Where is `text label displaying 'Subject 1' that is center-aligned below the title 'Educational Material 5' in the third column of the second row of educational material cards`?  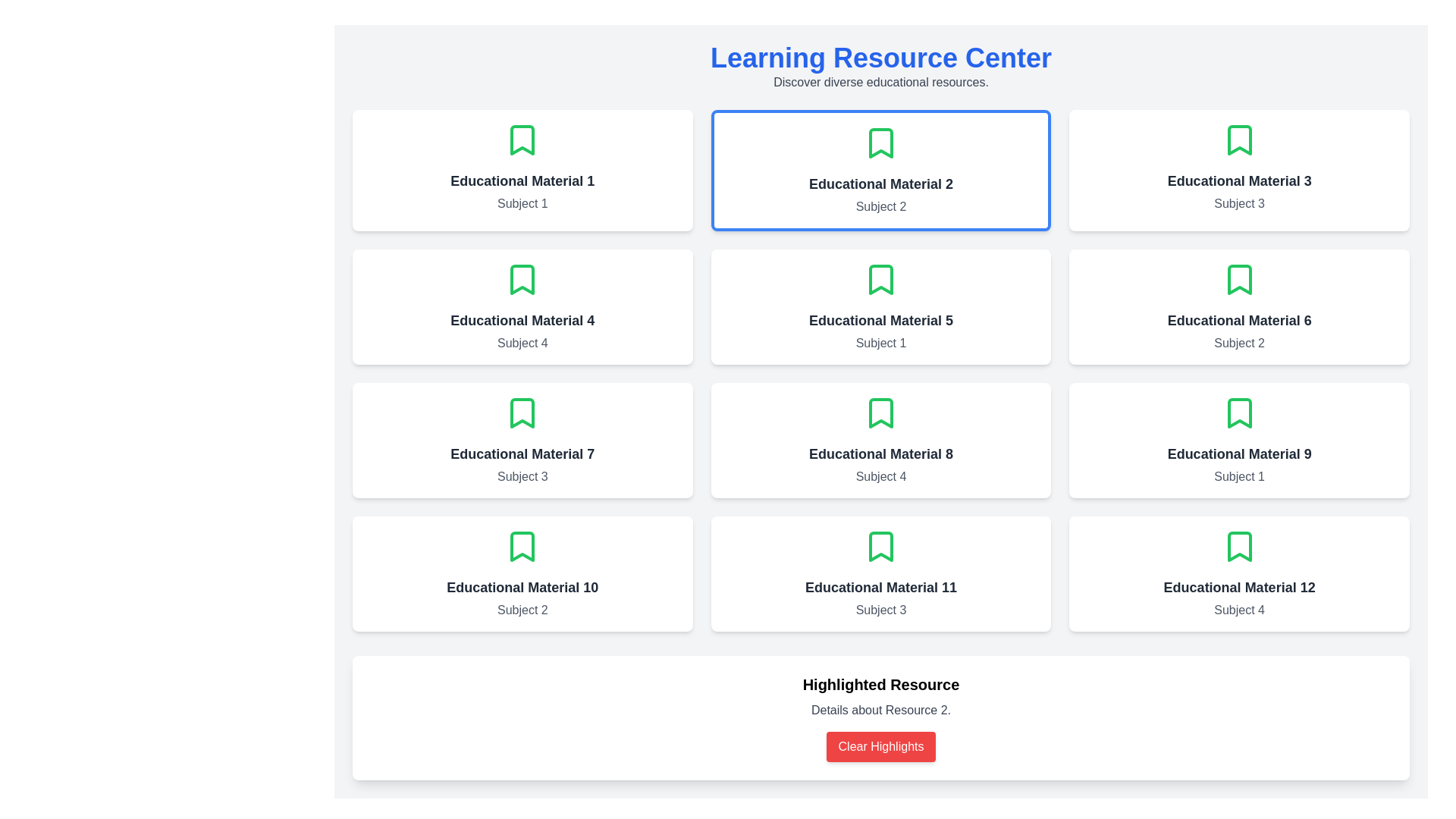
text label displaying 'Subject 1' that is center-aligned below the title 'Educational Material 5' in the third column of the second row of educational material cards is located at coordinates (880, 343).